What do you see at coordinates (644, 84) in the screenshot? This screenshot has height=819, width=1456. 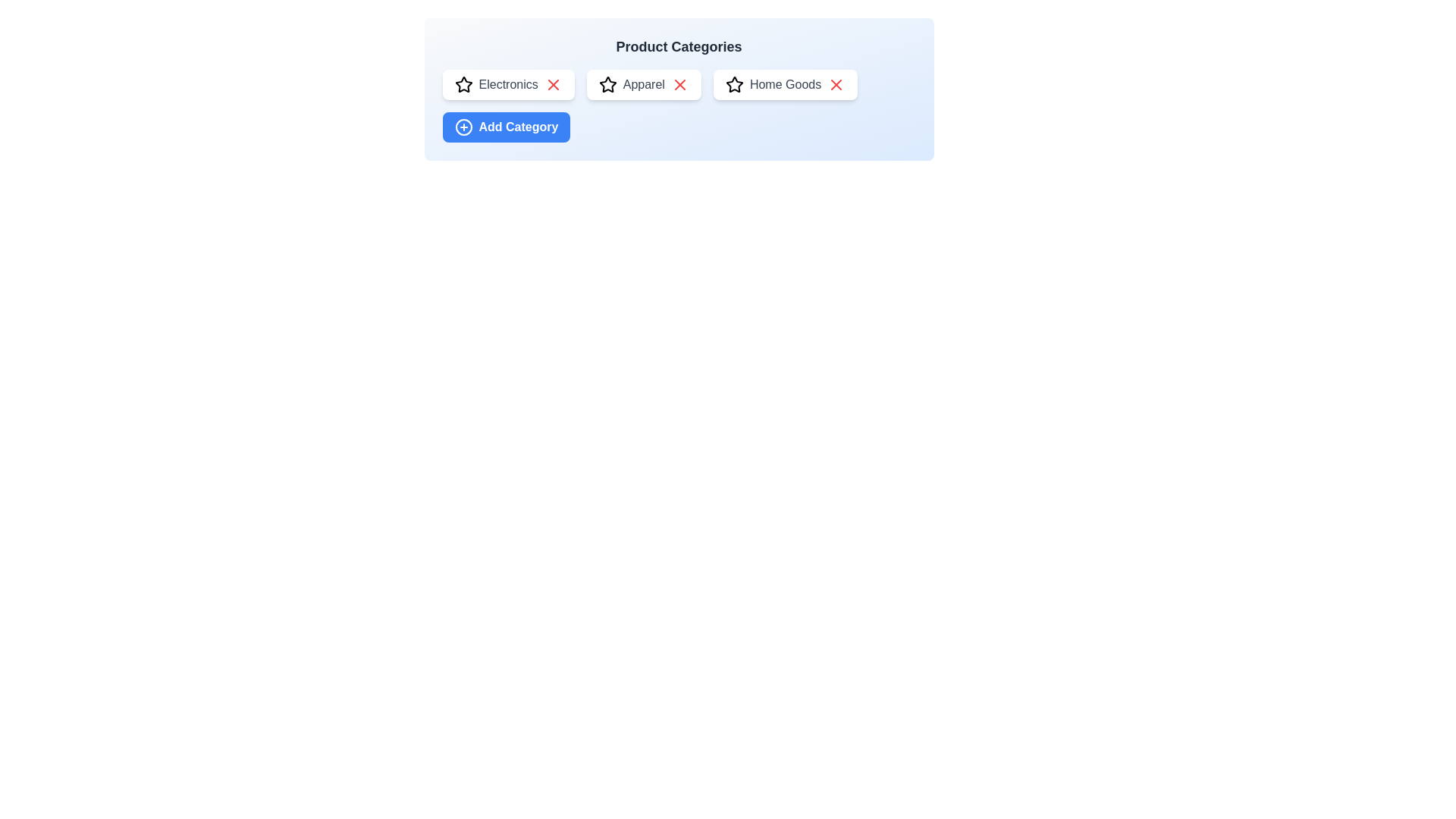 I see `the category name Apparel to select it` at bounding box center [644, 84].